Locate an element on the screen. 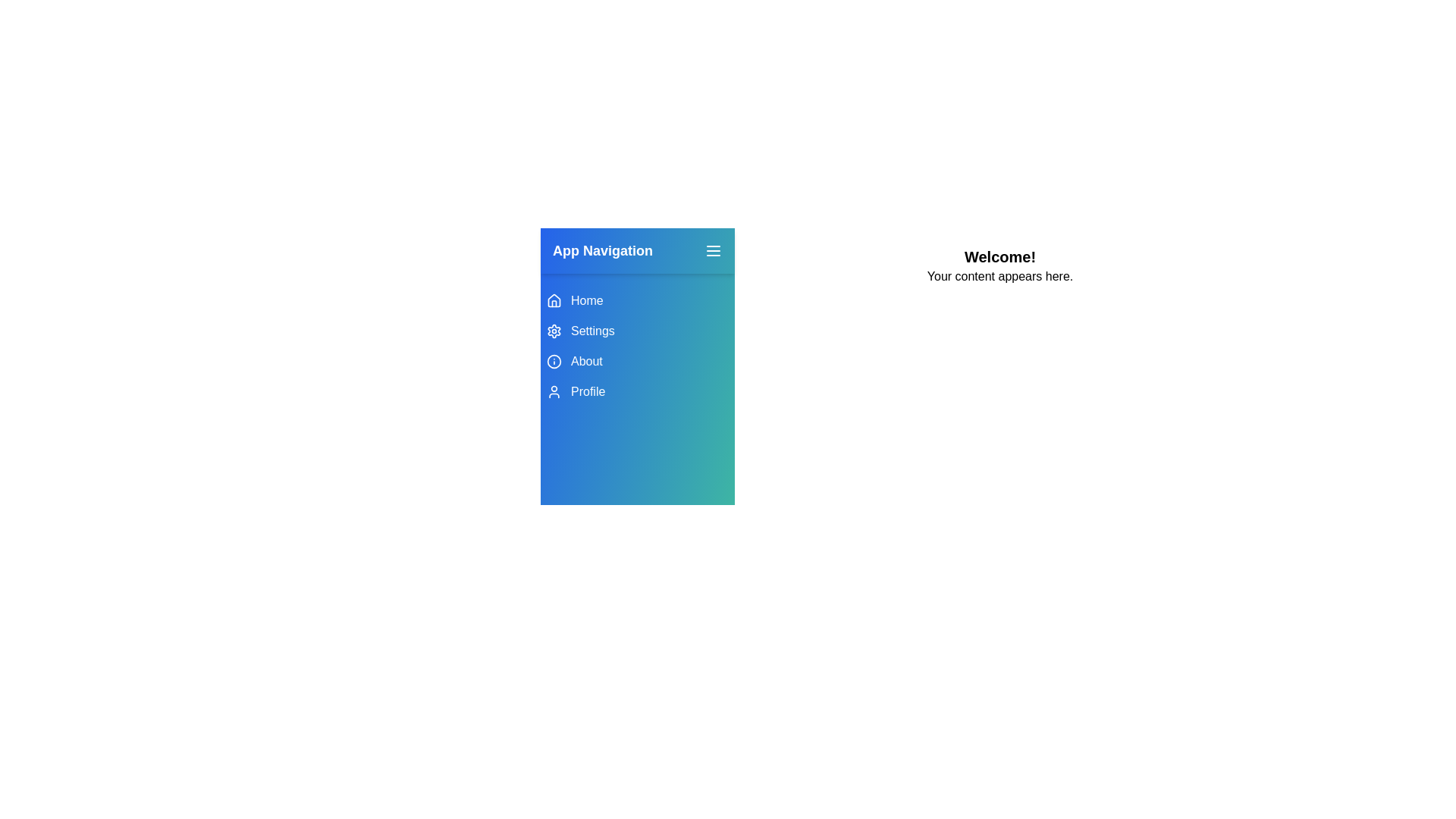  the menu item Home from the drawer is located at coordinates (637, 301).